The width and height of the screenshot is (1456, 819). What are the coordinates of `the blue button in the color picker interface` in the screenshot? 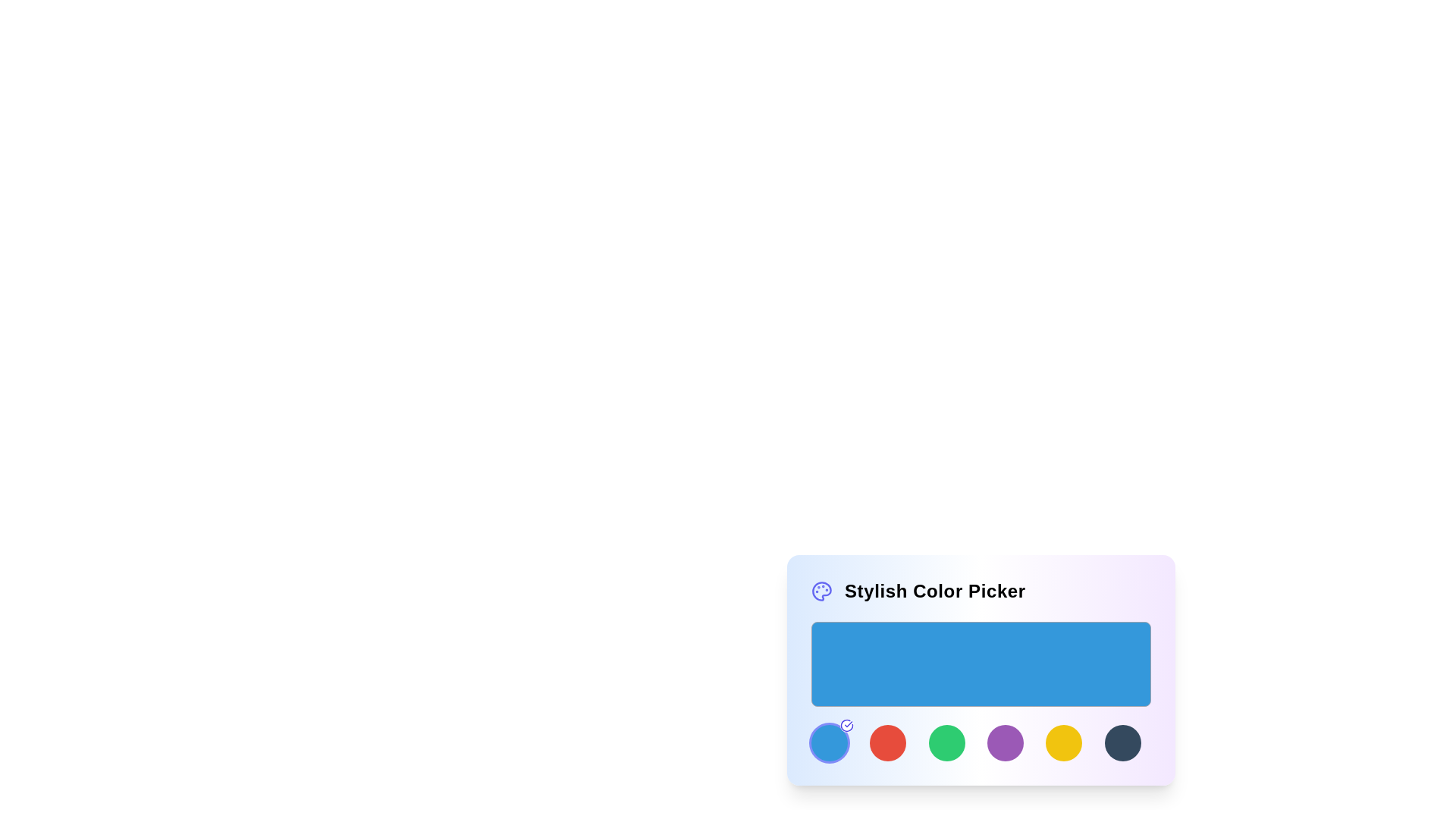 It's located at (829, 742).